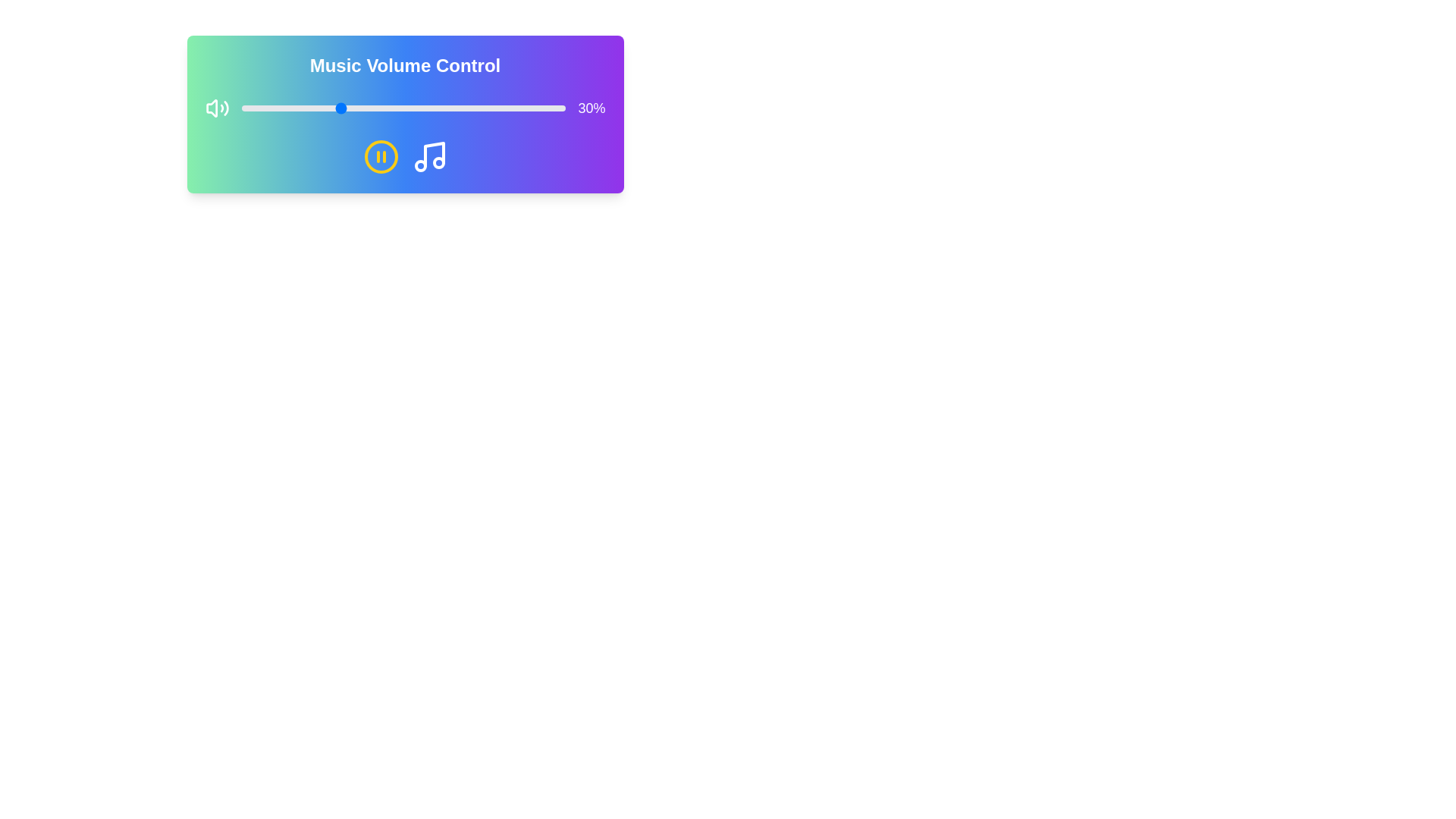 The width and height of the screenshot is (1456, 819). Describe the element at coordinates (315, 107) in the screenshot. I see `the volume` at that location.